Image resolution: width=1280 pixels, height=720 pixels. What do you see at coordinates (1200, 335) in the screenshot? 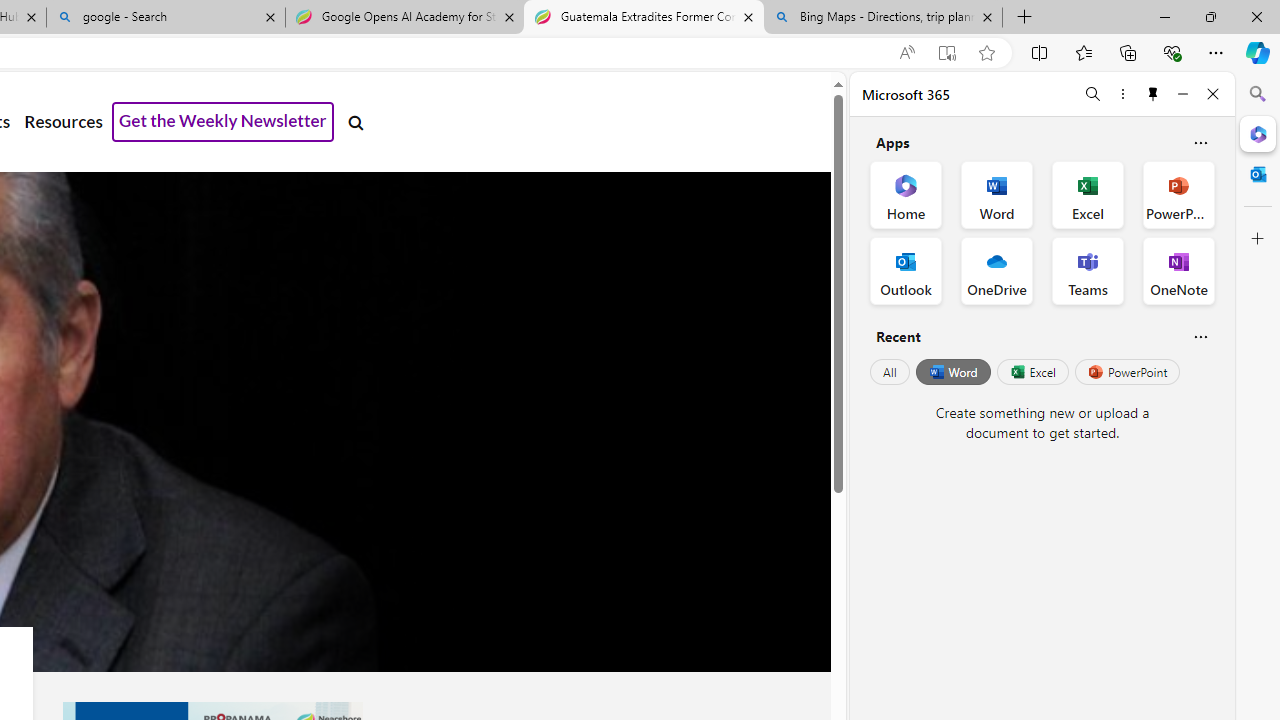
I see `'Is this helpful?'` at bounding box center [1200, 335].